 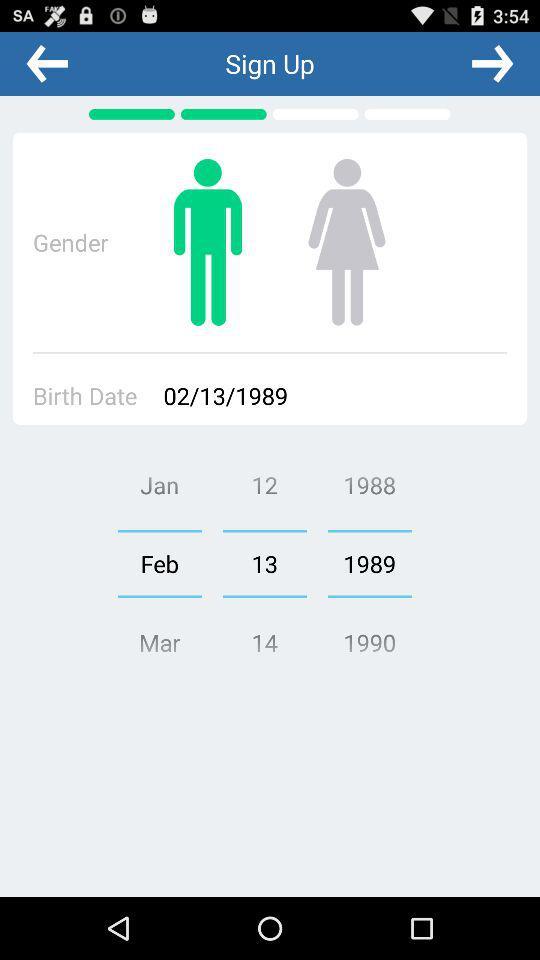 What do you see at coordinates (158, 563) in the screenshot?
I see `icon below the birth date` at bounding box center [158, 563].